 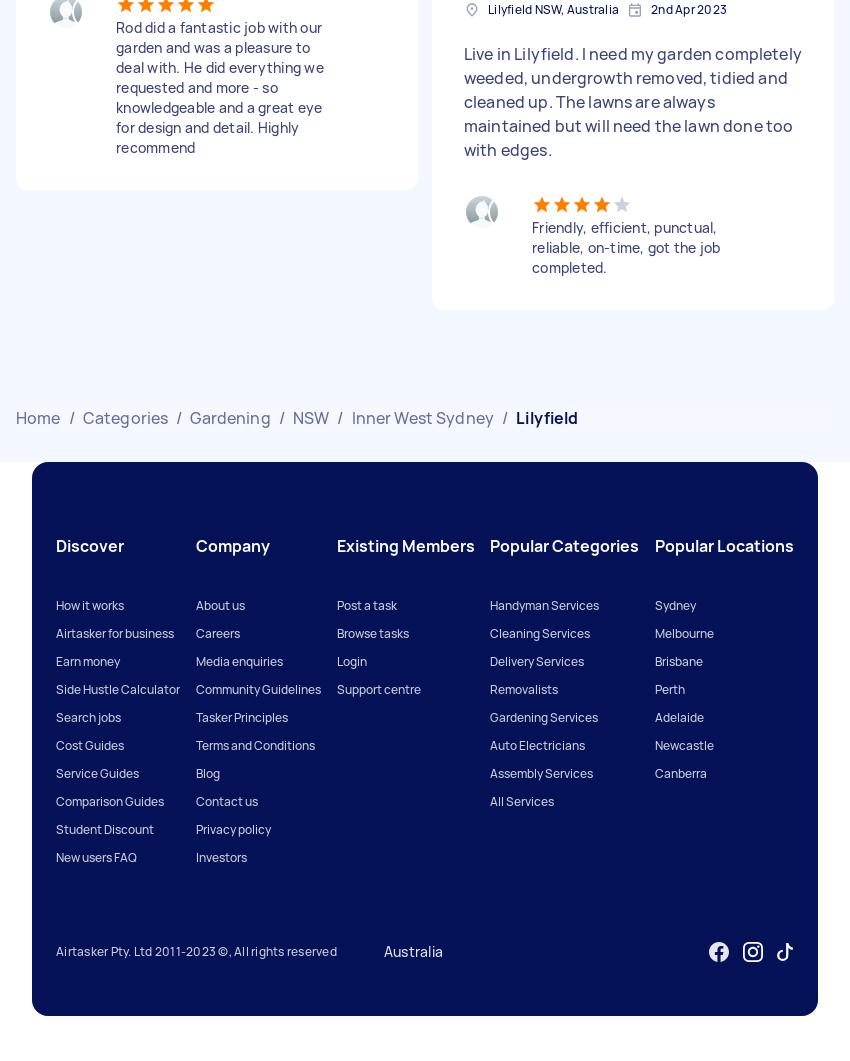 What do you see at coordinates (655, 687) in the screenshot?
I see `'Perth'` at bounding box center [655, 687].